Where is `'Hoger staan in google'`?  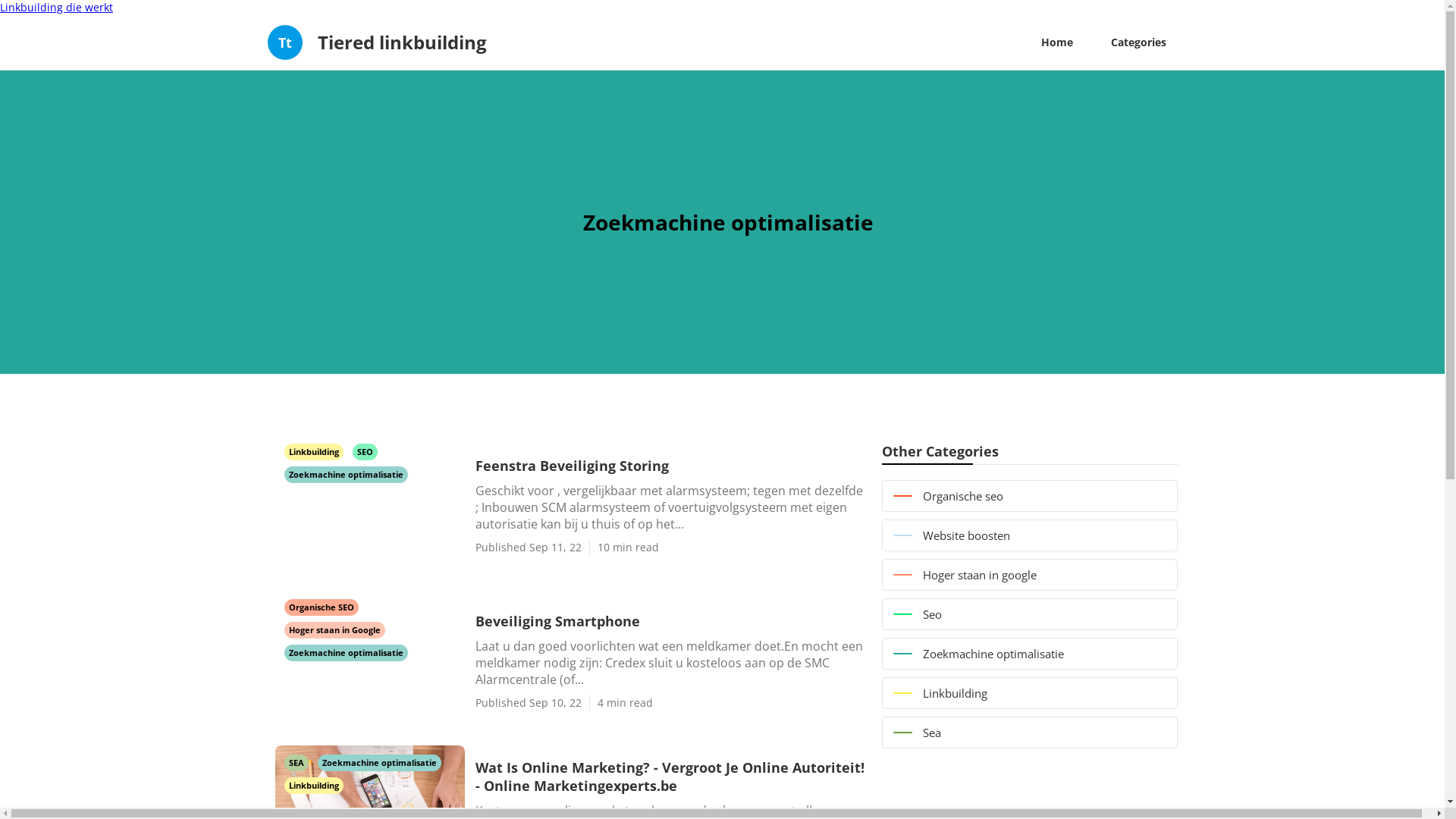 'Hoger staan in google' is located at coordinates (1029, 575).